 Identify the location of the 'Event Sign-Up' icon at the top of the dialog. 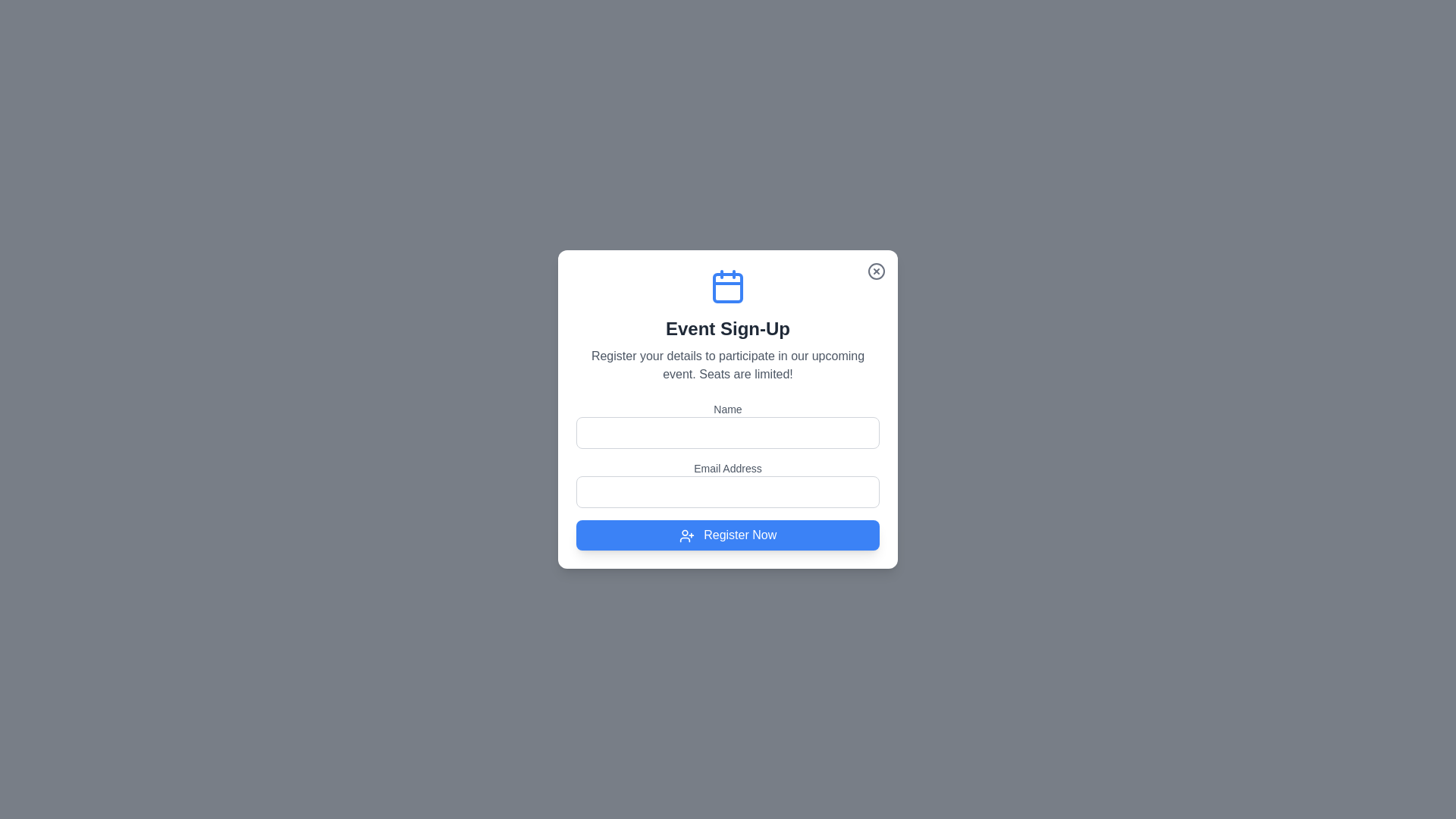
(728, 287).